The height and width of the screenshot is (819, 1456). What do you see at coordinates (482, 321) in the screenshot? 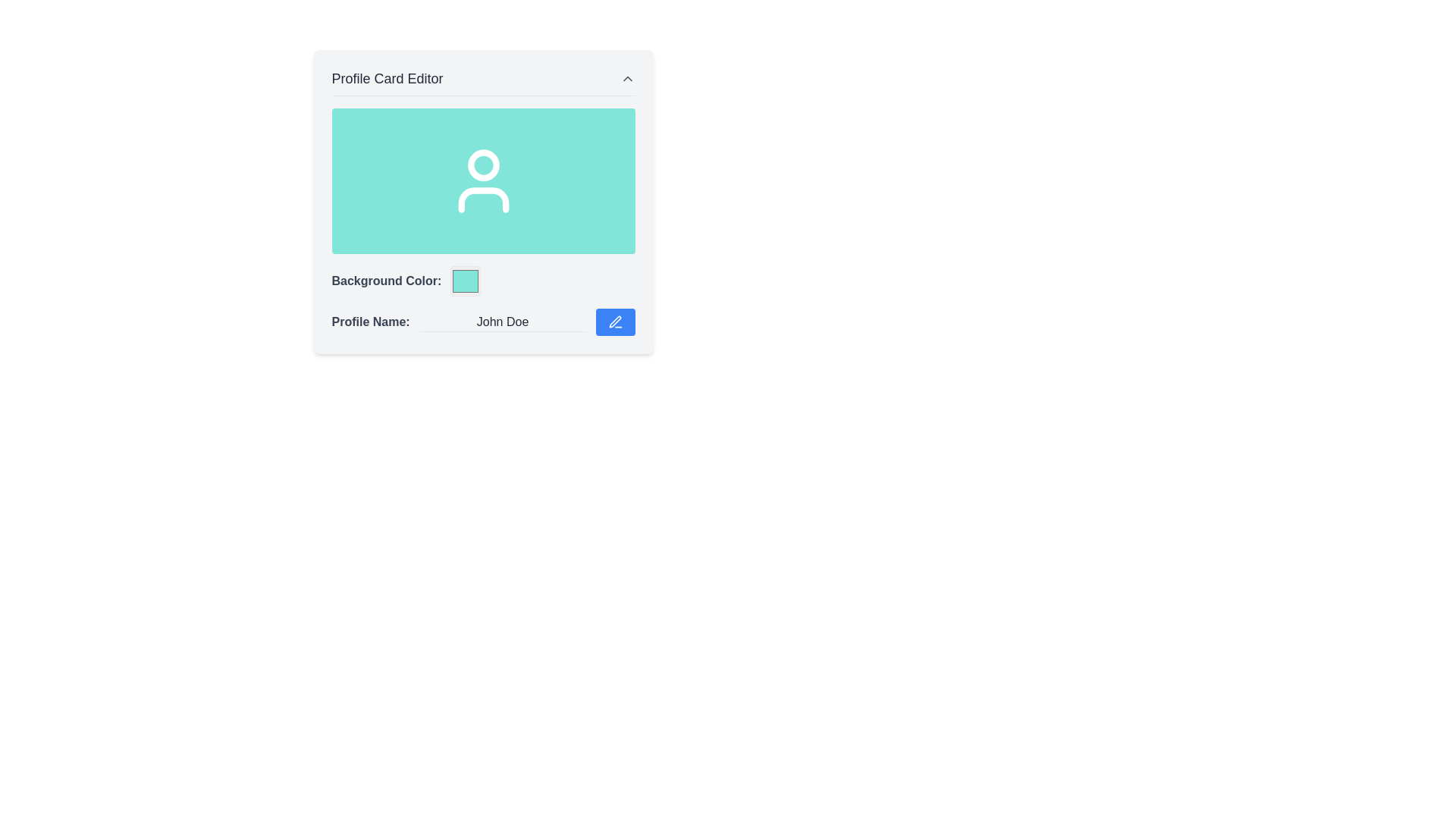
I see `the text in the text field labeled 'Profile Name:' which displays 'John Doe' for copying` at bounding box center [482, 321].